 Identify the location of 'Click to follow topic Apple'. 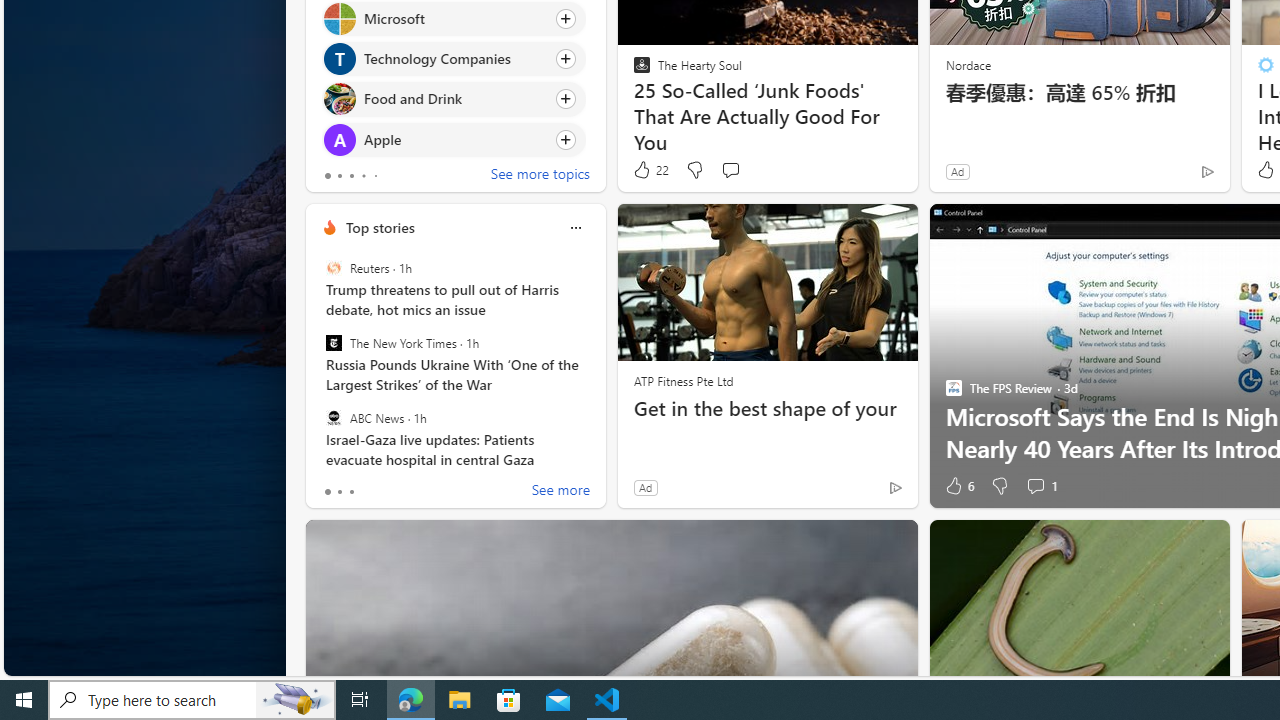
(452, 138).